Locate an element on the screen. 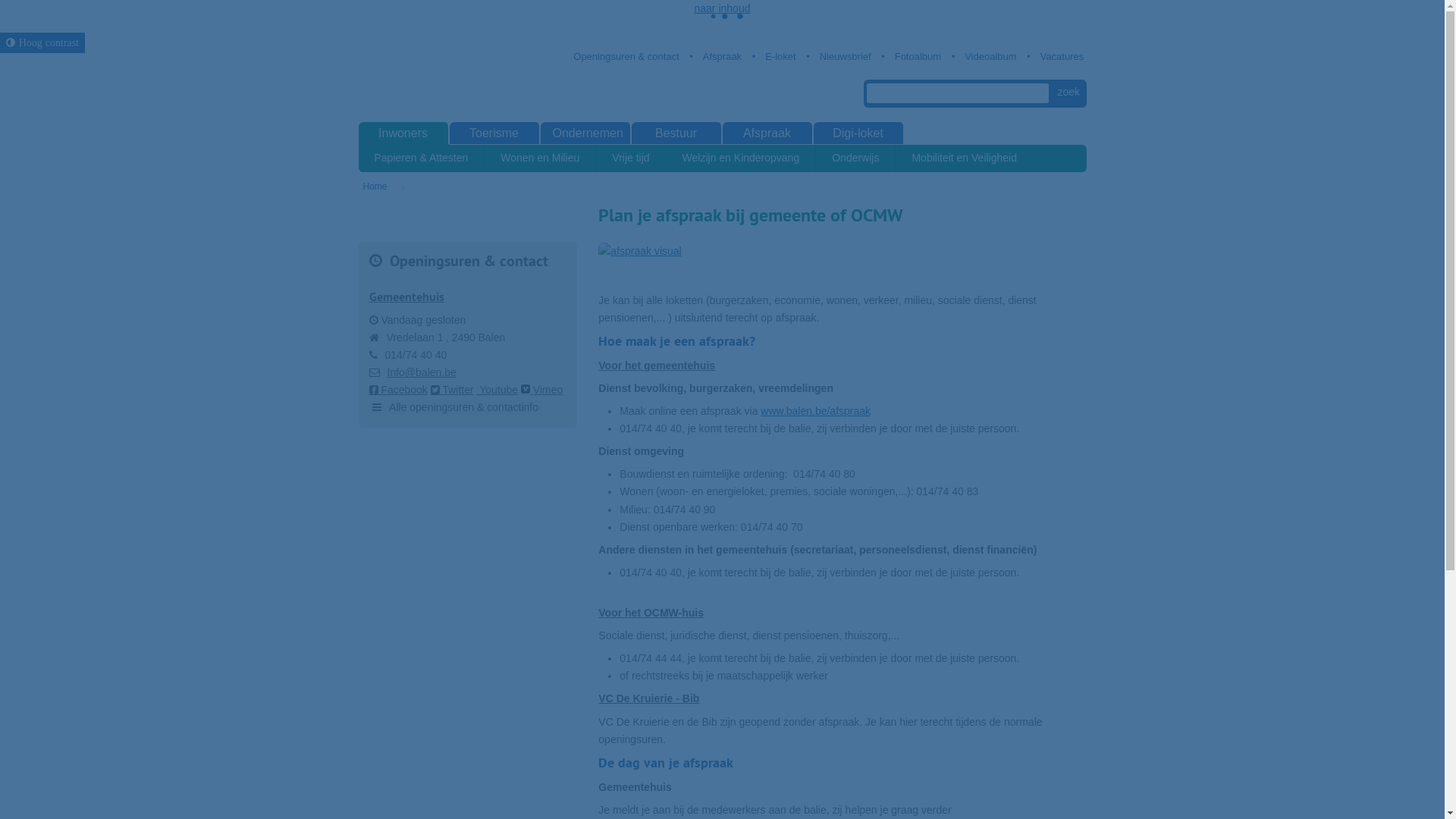 Image resolution: width=1456 pixels, height=819 pixels. 'Afspraak' is located at coordinates (714, 55).